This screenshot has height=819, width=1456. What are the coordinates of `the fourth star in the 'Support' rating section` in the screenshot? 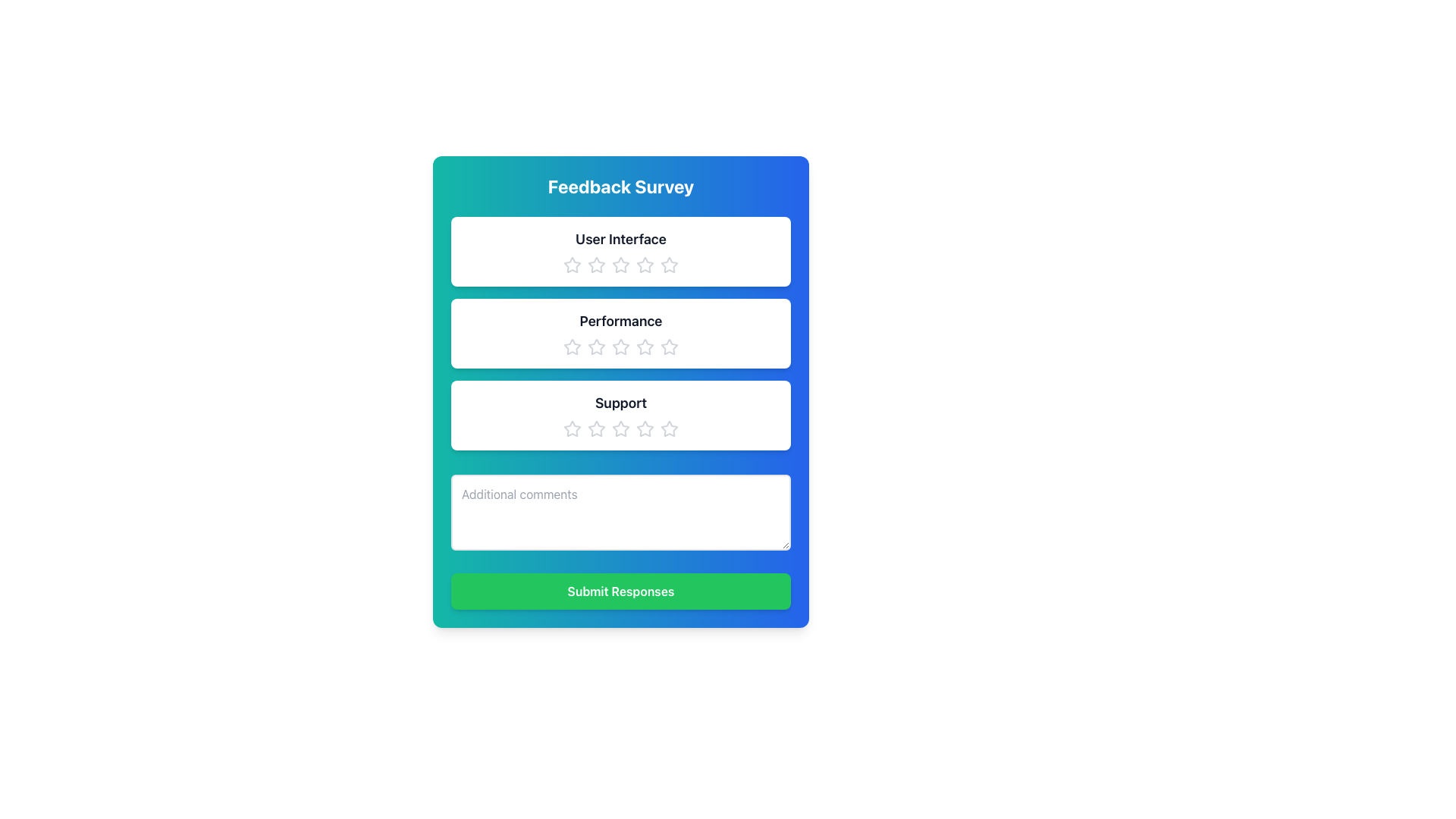 It's located at (621, 429).